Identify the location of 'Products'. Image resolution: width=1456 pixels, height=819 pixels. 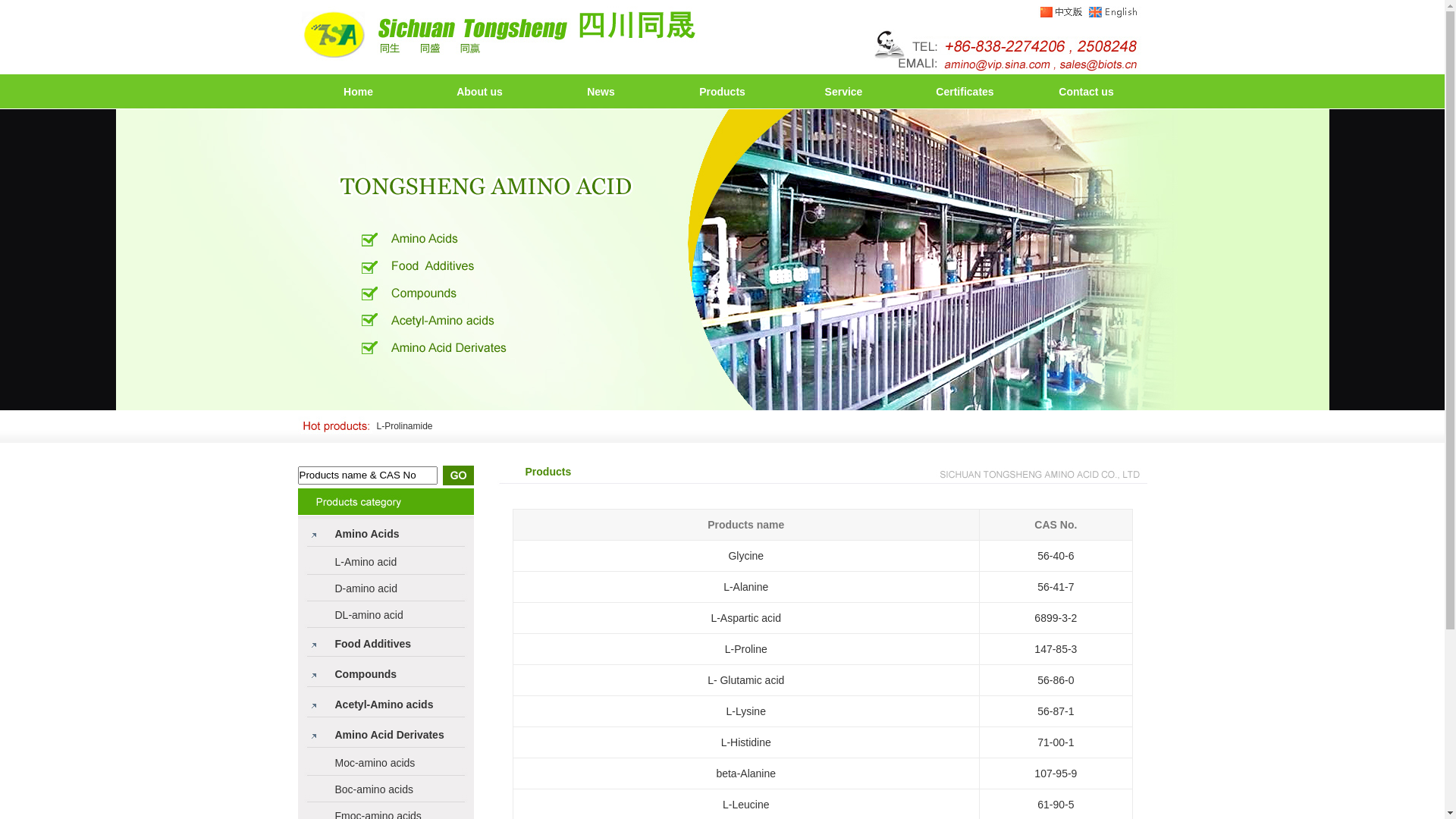
(721, 91).